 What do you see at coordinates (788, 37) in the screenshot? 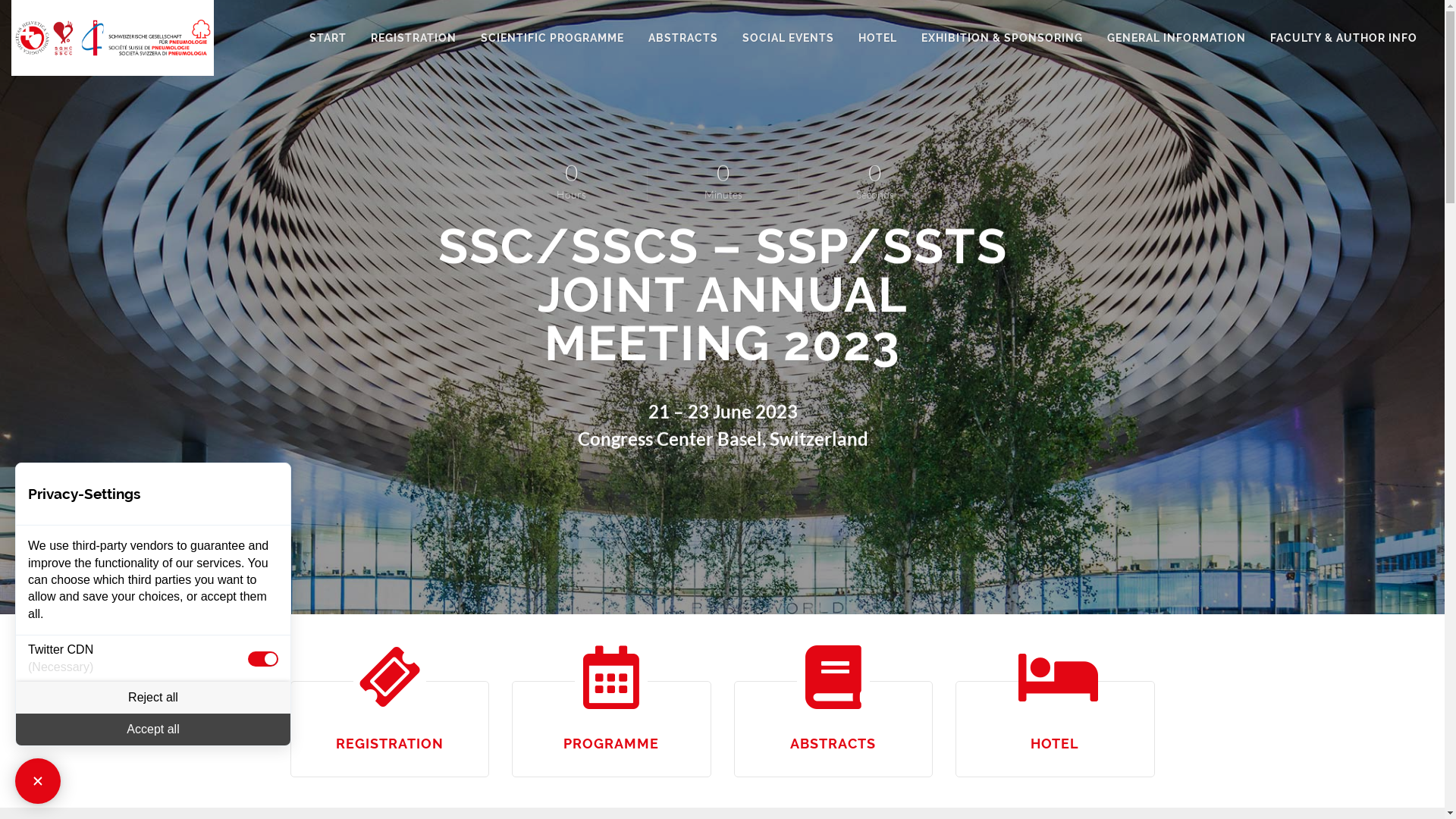
I see `'SOCIAL EVENTS'` at bounding box center [788, 37].